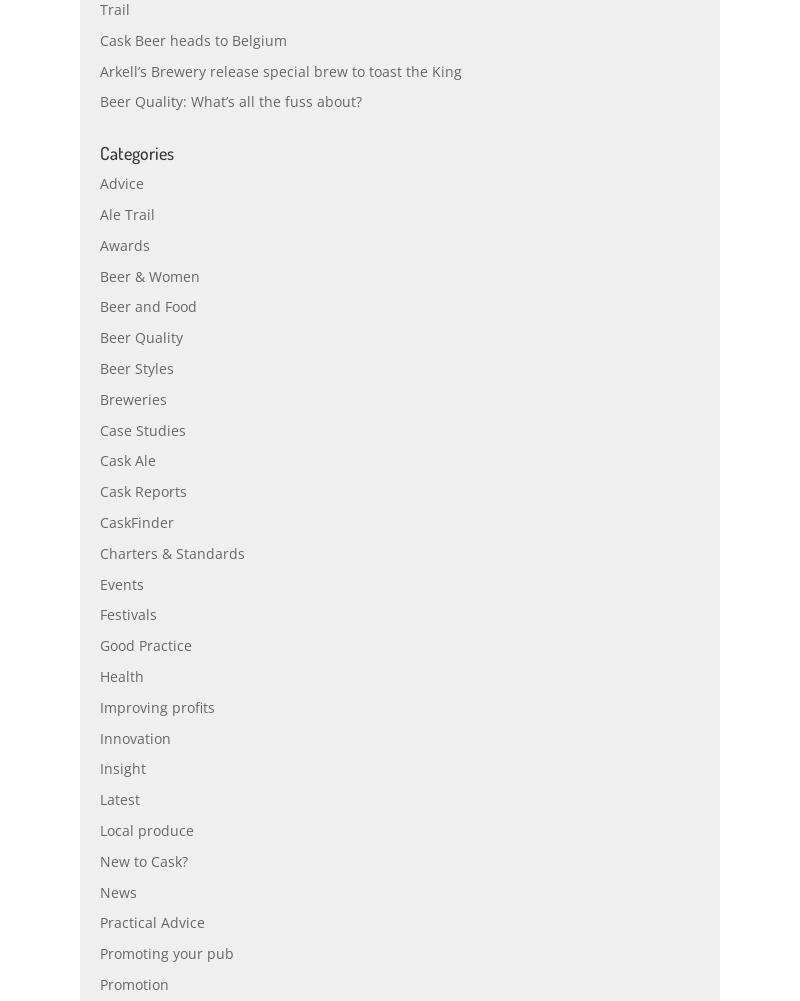 The width and height of the screenshot is (800, 1001). I want to click on 'New to Cask?', so click(144, 905).